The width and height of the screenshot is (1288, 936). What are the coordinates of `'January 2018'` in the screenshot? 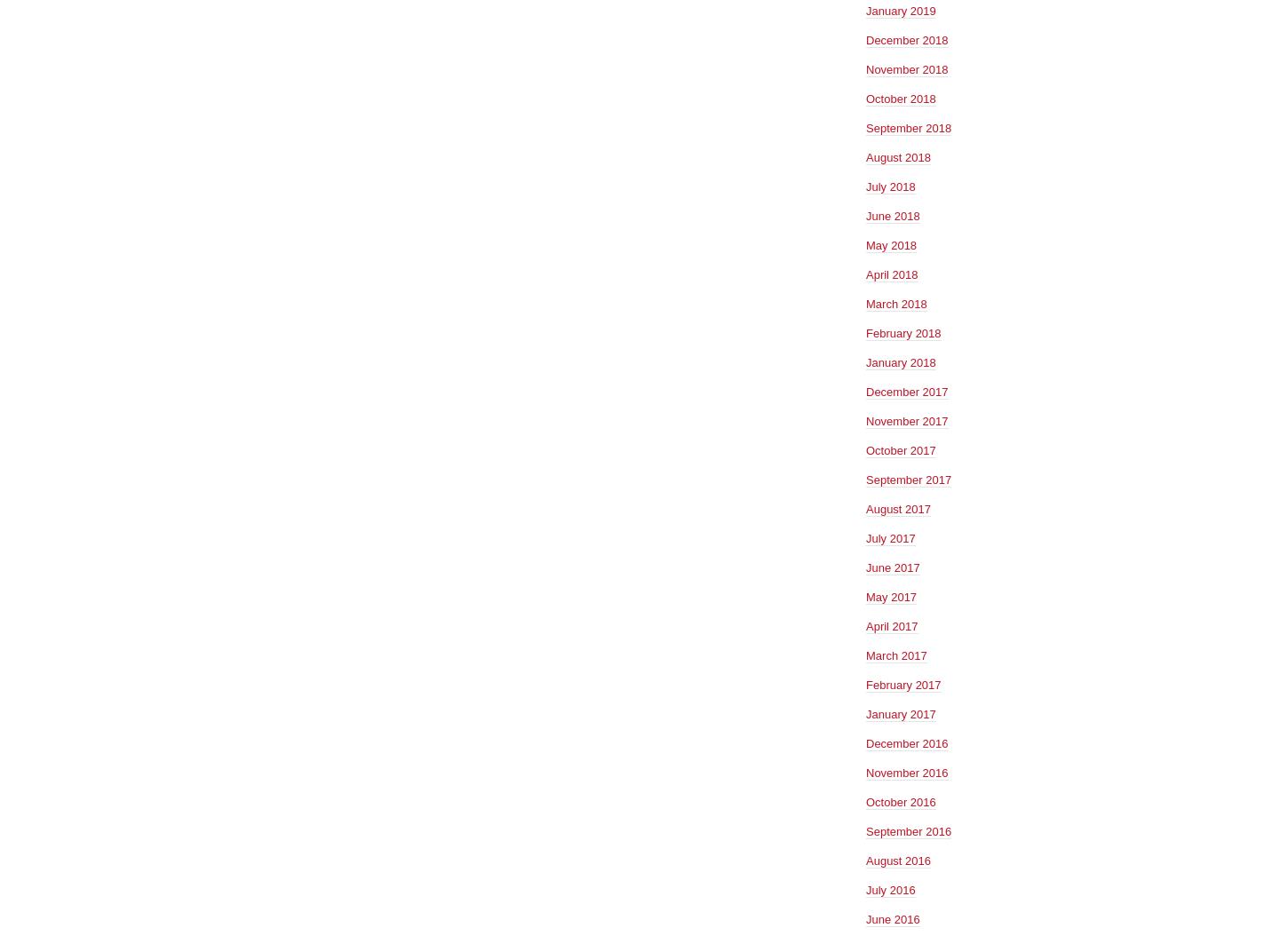 It's located at (865, 361).